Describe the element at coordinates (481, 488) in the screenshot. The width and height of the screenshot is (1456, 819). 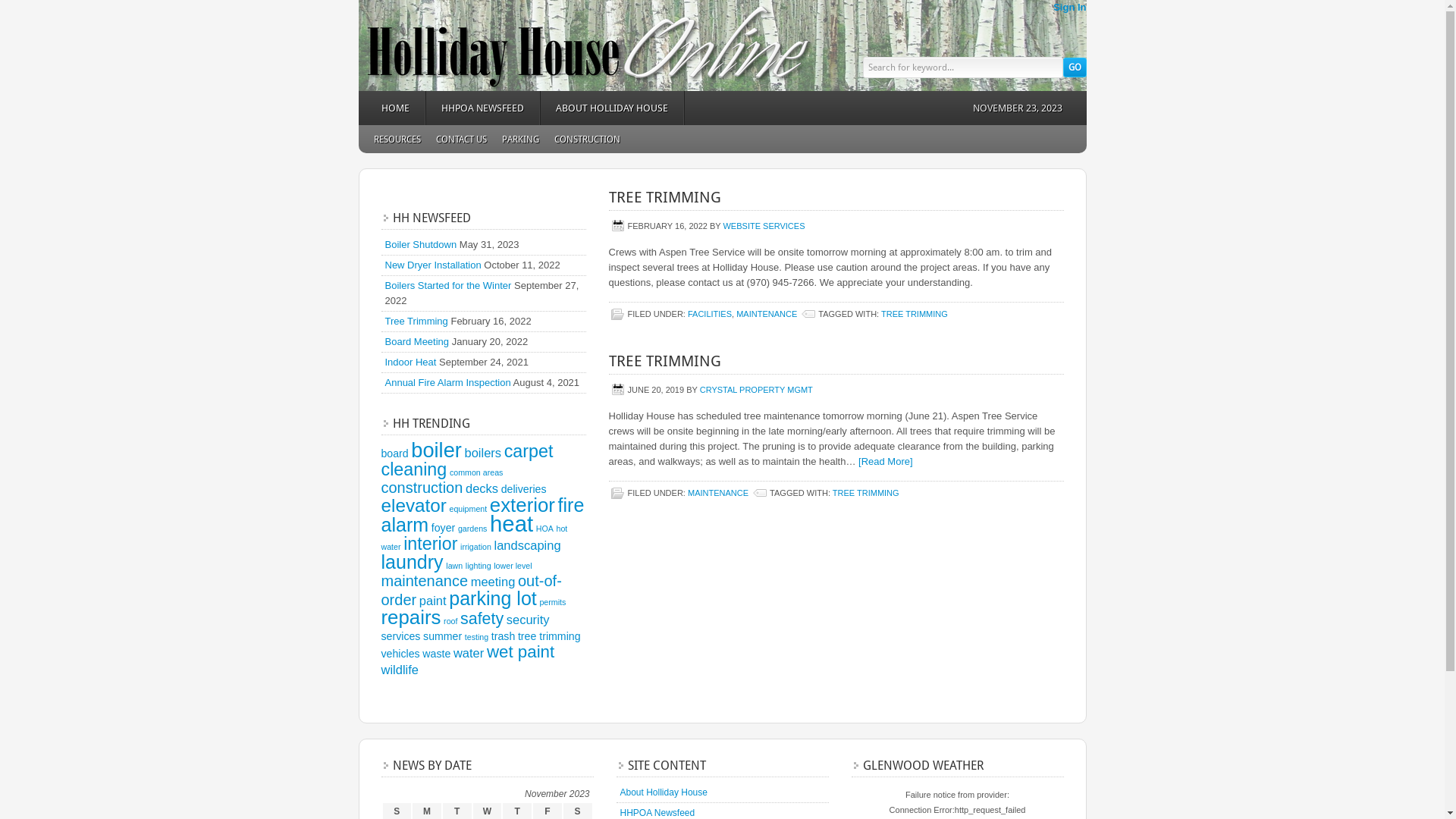
I see `'decks'` at that location.